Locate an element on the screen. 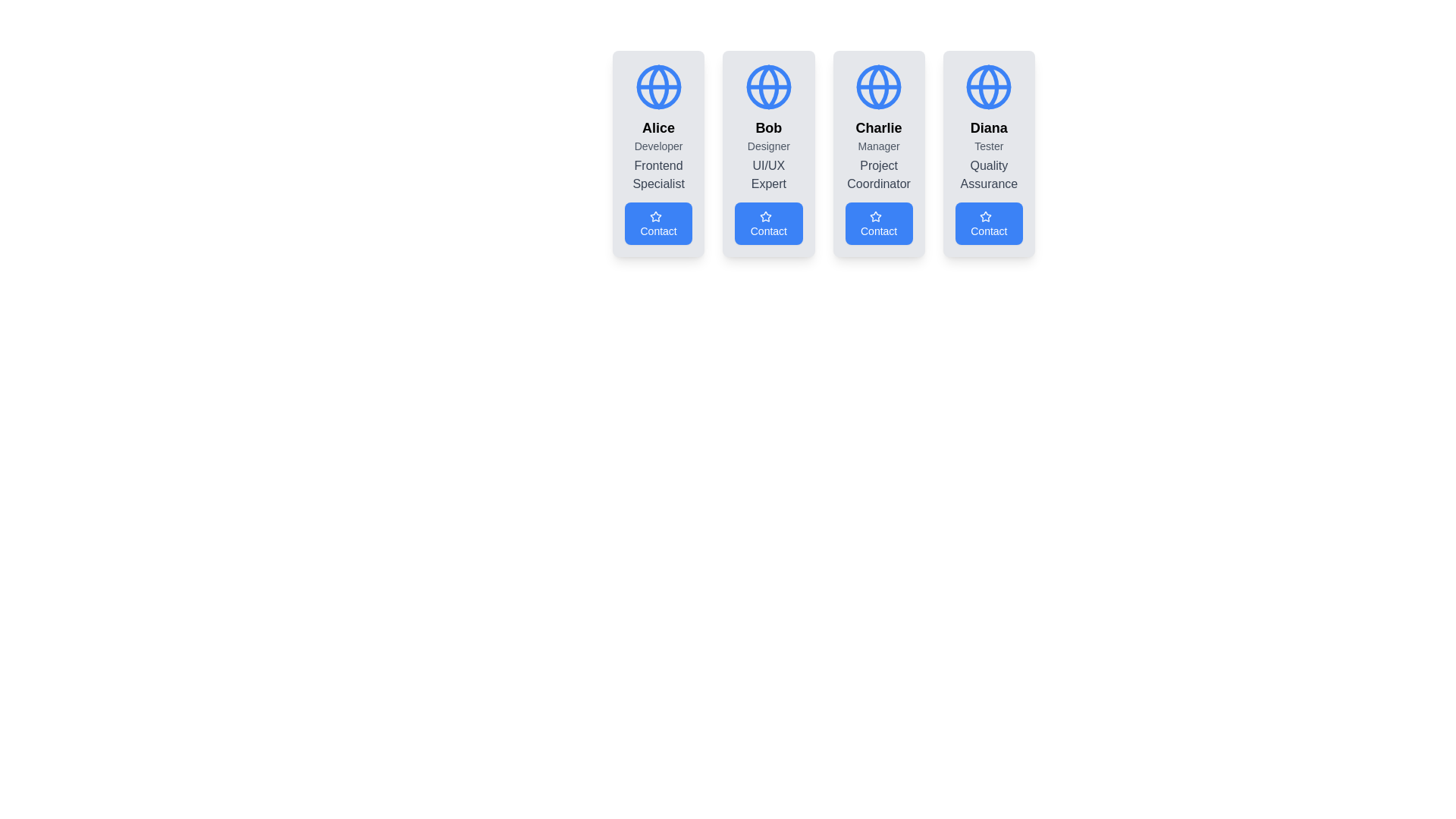 The width and height of the screenshot is (1456, 819). the globe decorative icon located at the top of the 'Diana' card, which visually represents global concepts and is positioned above the text 'Tester' and 'Quality Assurance.' is located at coordinates (989, 87).